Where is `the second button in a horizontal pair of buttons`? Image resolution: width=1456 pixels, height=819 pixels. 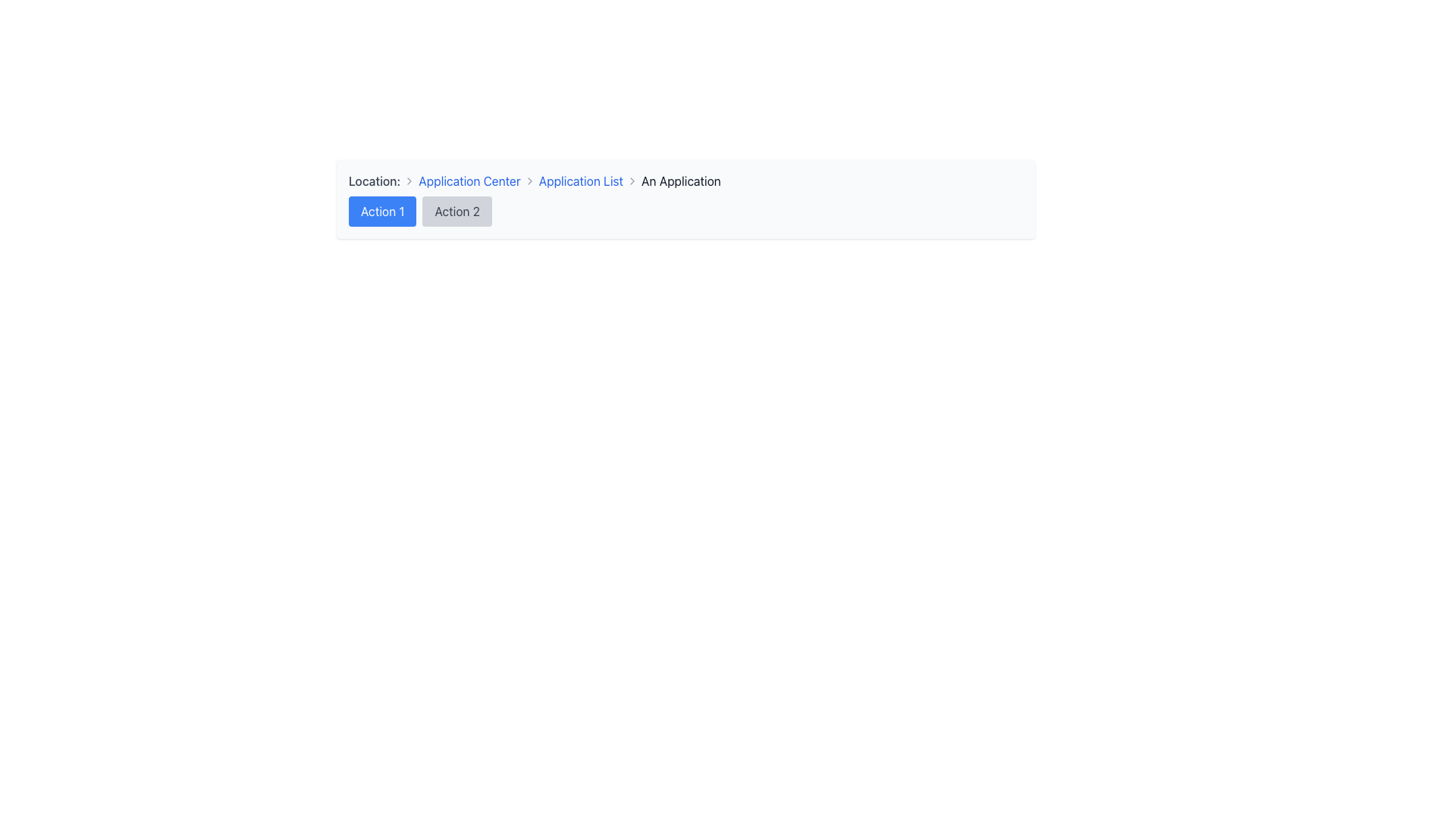 the second button in a horizontal pair of buttons is located at coordinates (457, 211).